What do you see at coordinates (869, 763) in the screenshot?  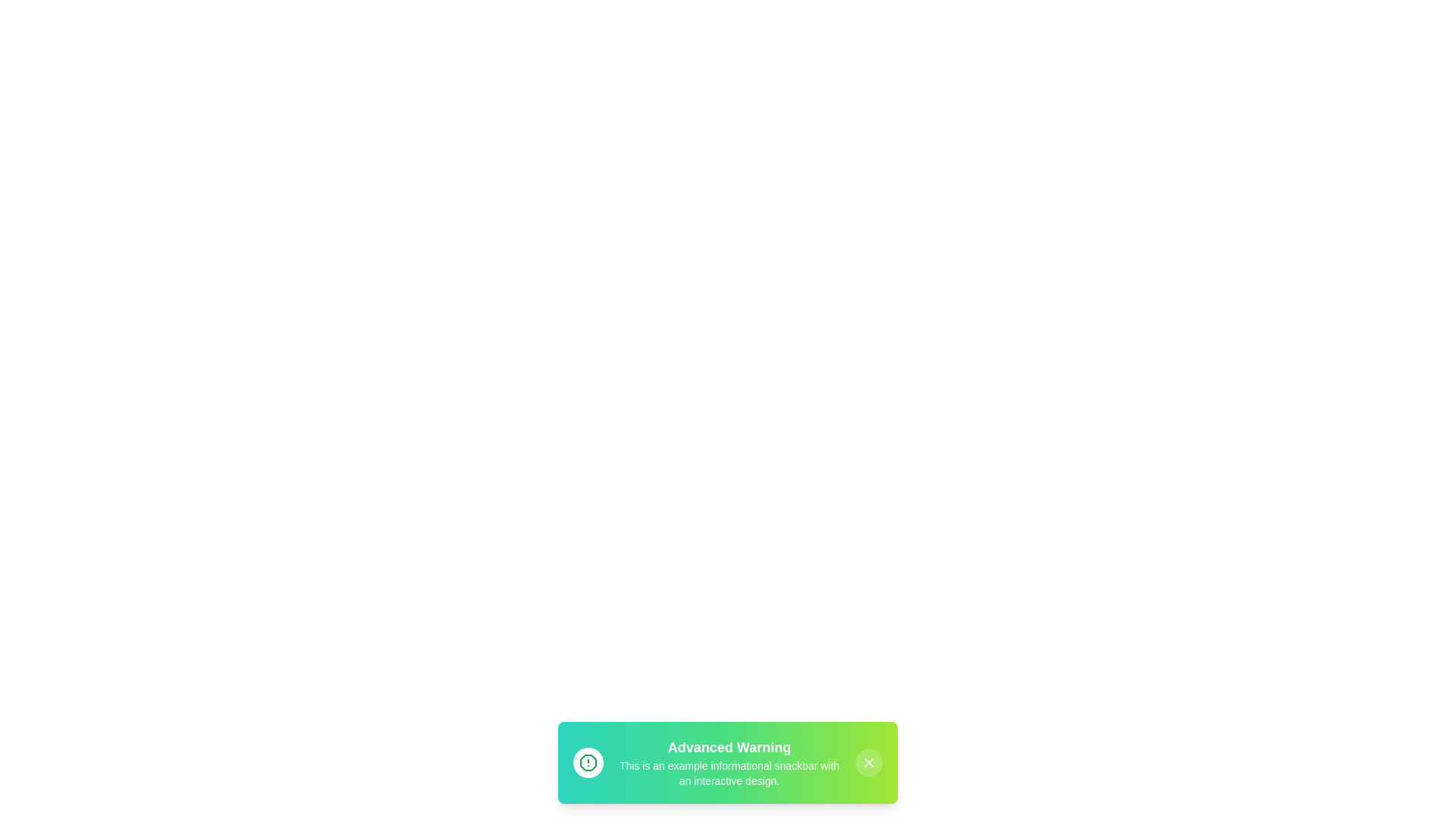 I see `the close button of the snackbar to dismiss it` at bounding box center [869, 763].